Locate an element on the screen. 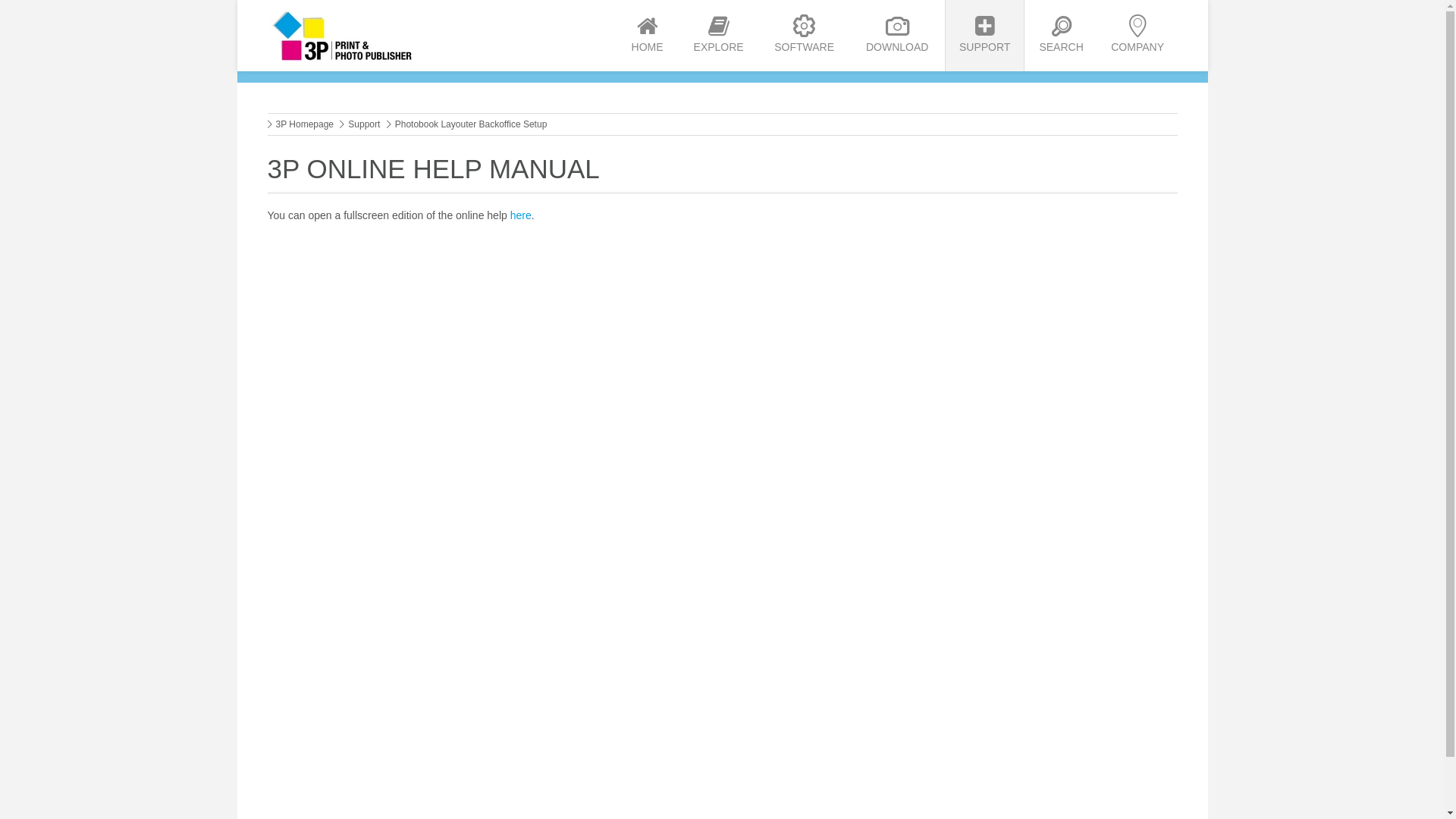 The image size is (1456, 819). 'SUPPORT' is located at coordinates (984, 34).